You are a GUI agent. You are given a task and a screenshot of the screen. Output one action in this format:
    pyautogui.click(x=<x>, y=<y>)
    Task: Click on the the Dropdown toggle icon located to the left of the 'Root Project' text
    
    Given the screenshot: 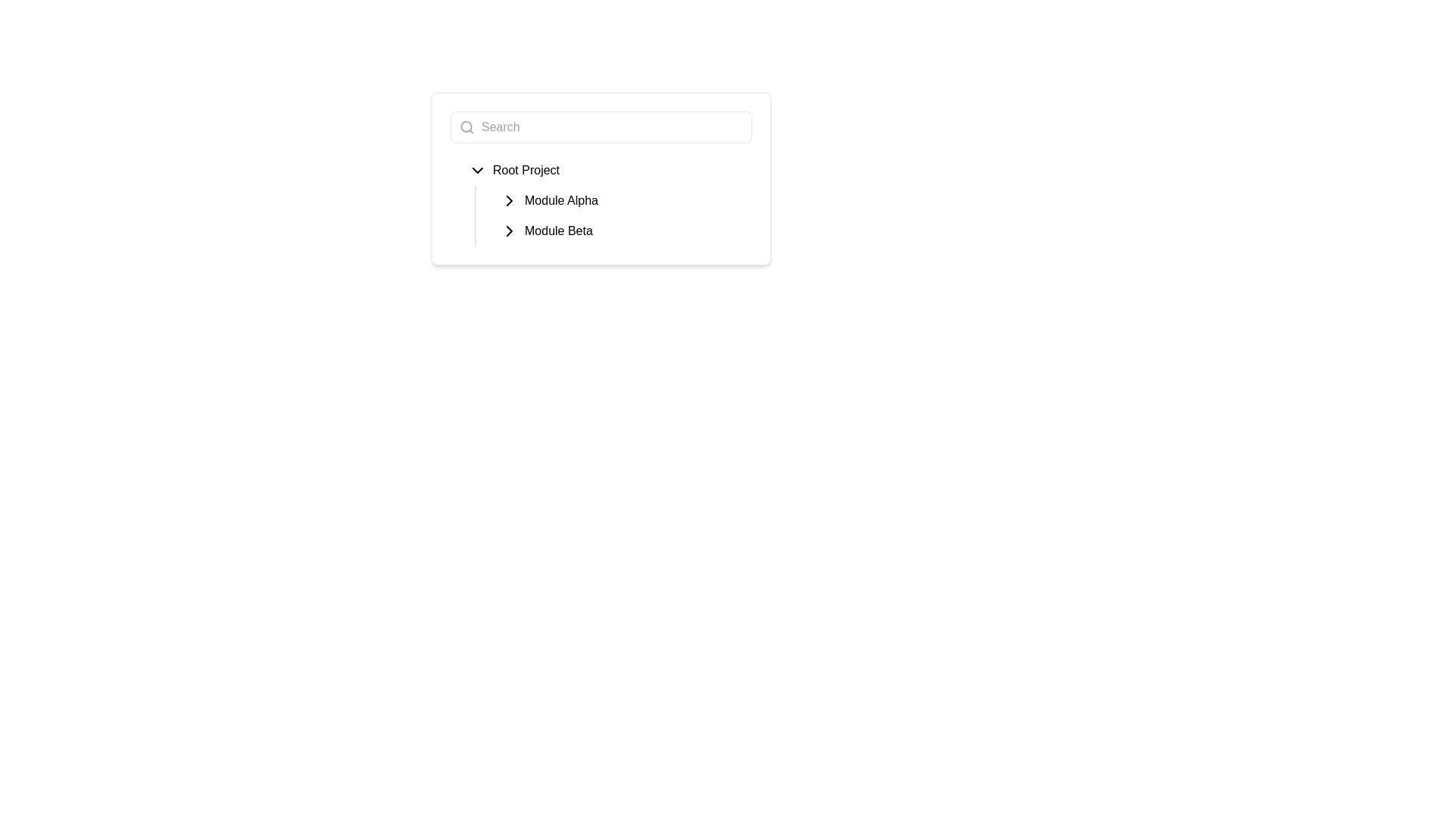 What is the action you would take?
    pyautogui.click(x=476, y=170)
    